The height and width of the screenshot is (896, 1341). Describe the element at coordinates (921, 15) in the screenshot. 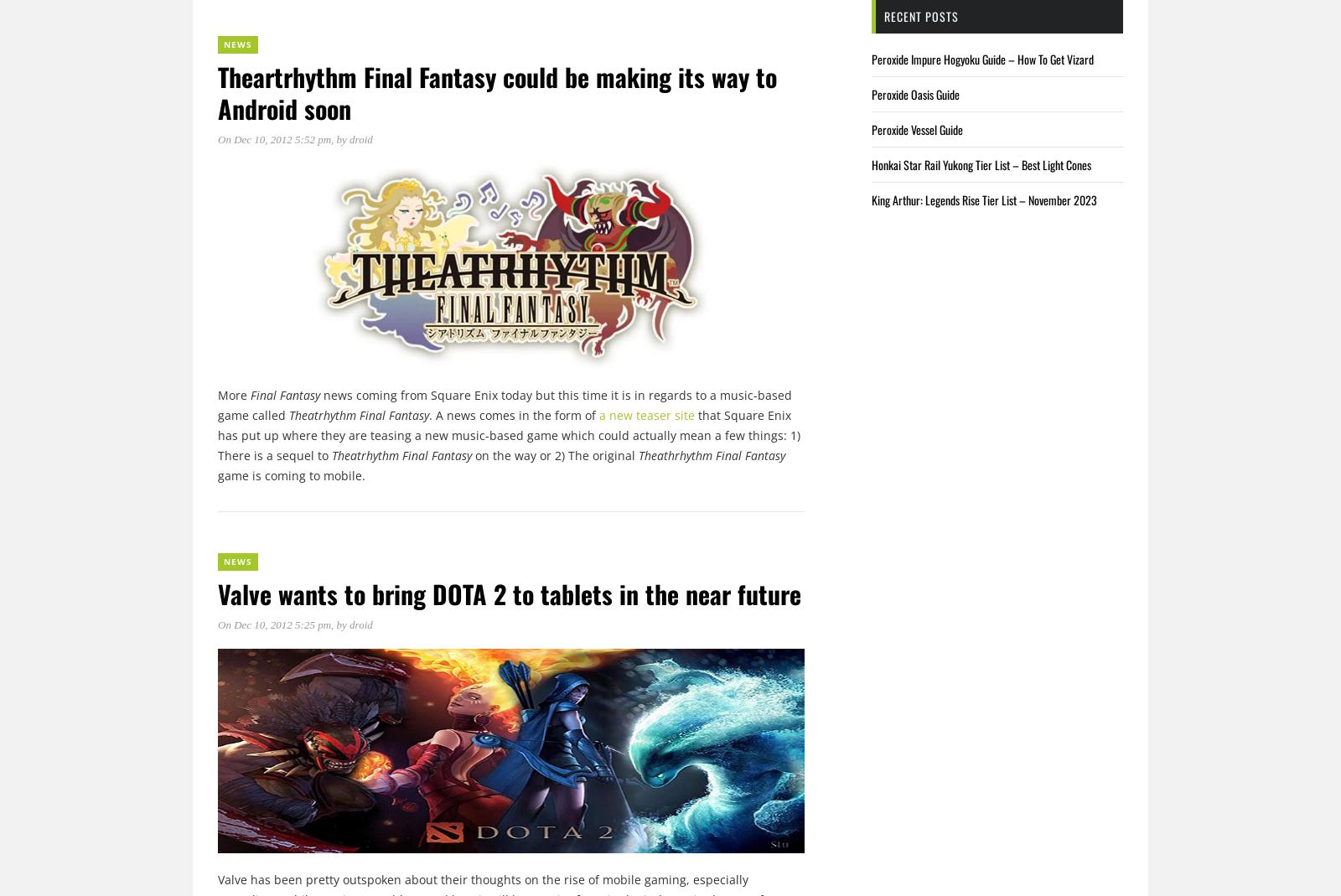

I see `'Recent Posts'` at that location.